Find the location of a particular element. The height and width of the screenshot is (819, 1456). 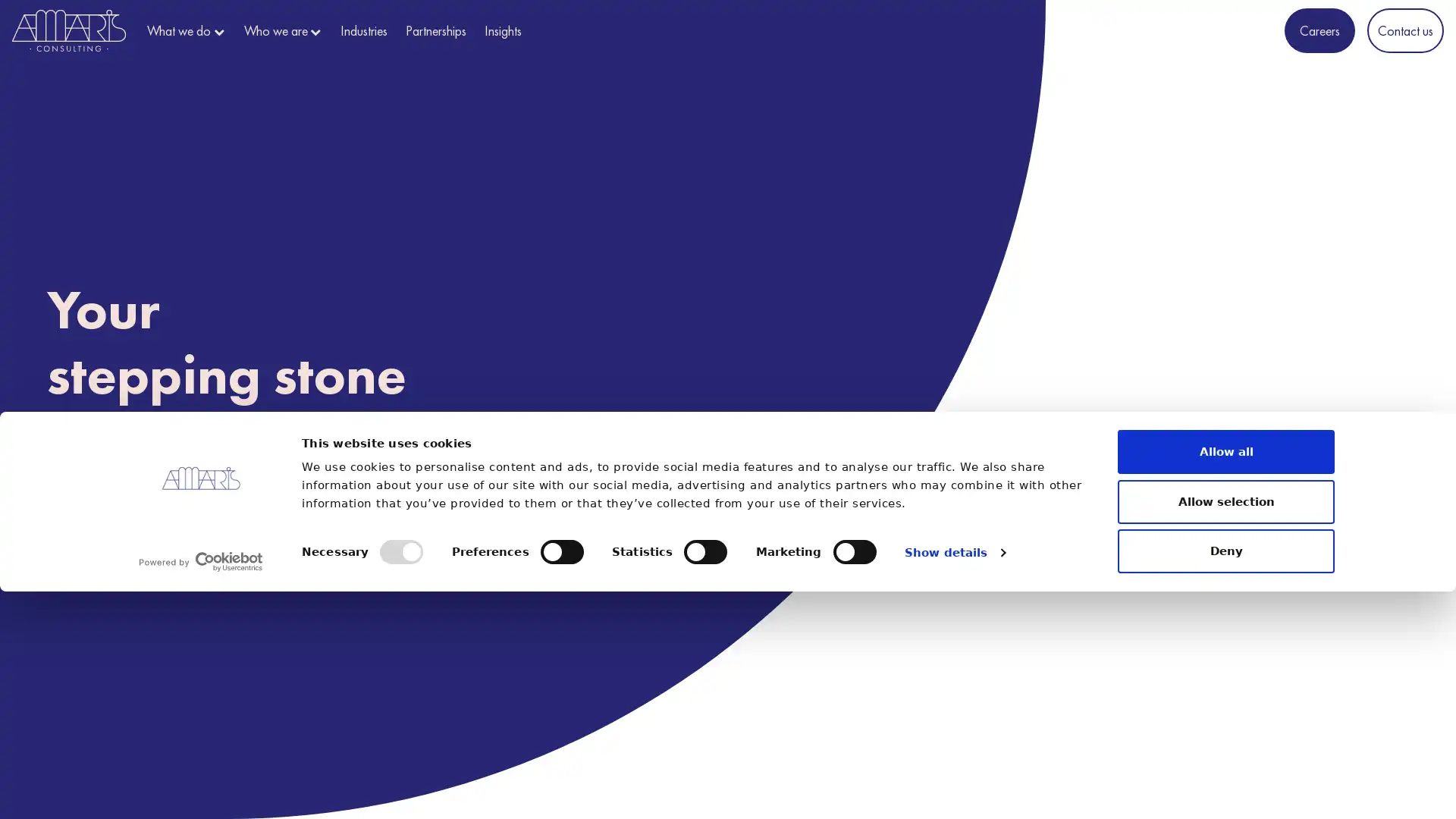

Contact us is located at coordinates (1404, 30).